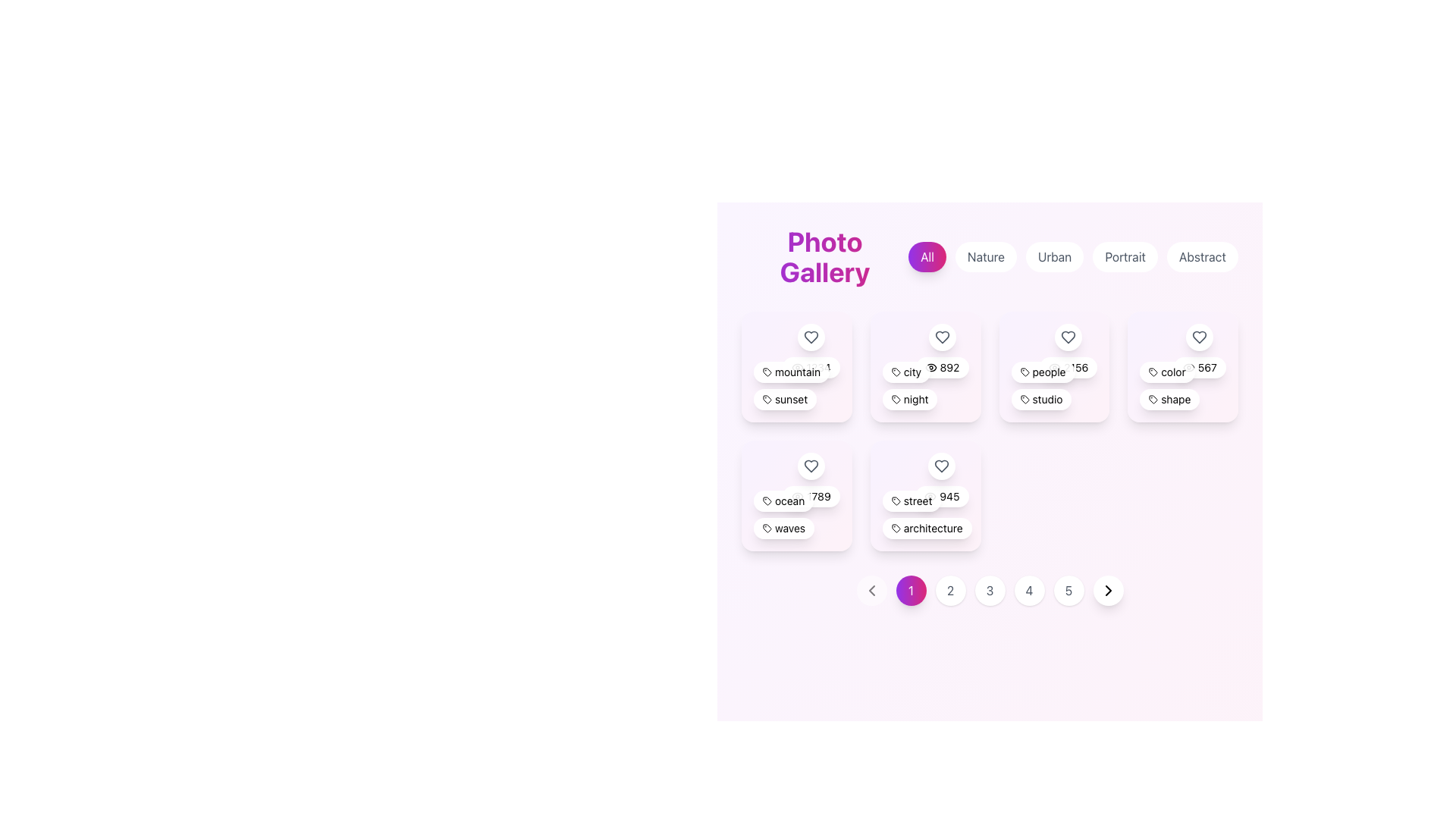 The image size is (1456, 819). I want to click on the second pagination button, so click(949, 589).